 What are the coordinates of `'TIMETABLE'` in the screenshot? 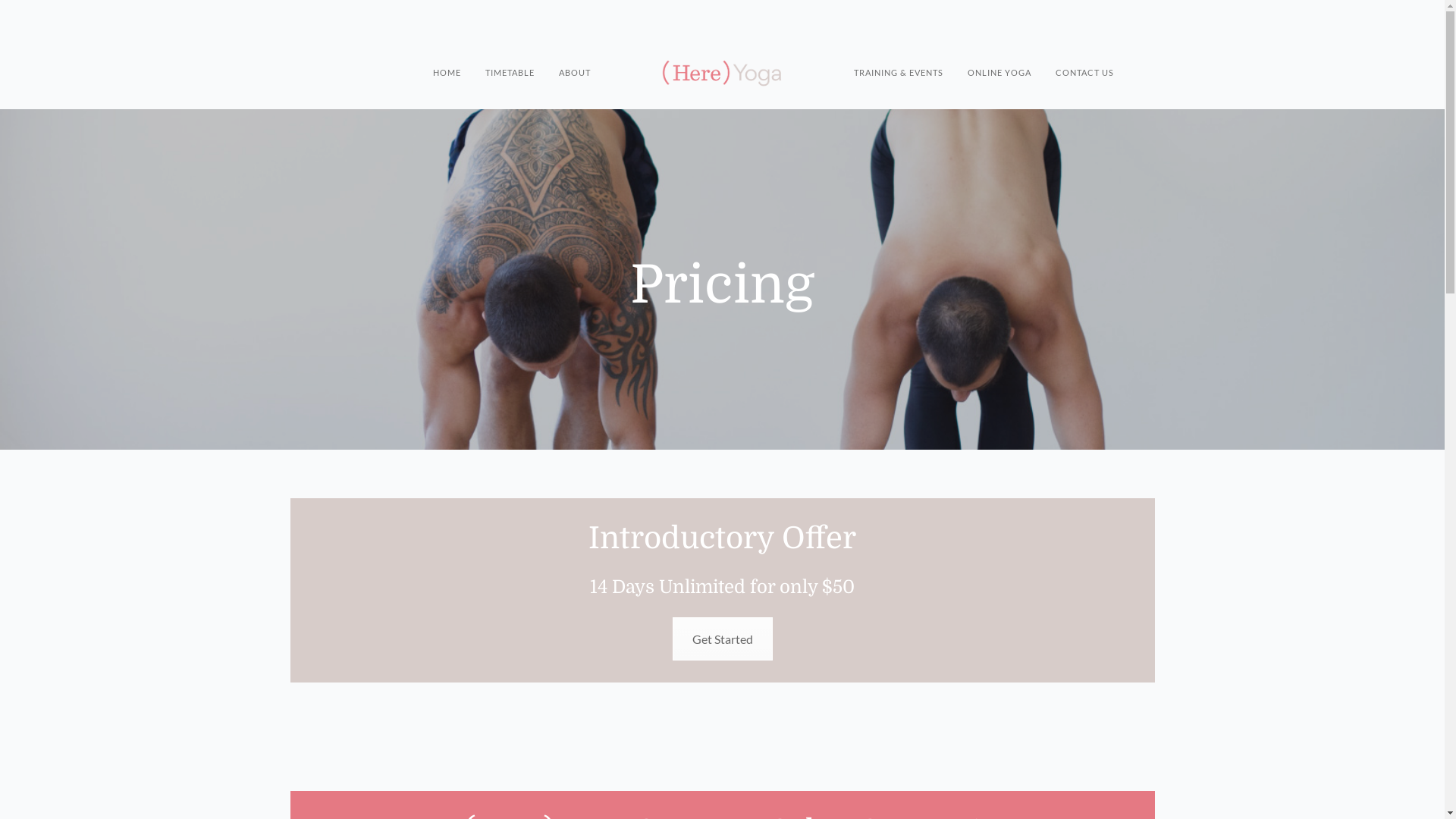 It's located at (510, 57).